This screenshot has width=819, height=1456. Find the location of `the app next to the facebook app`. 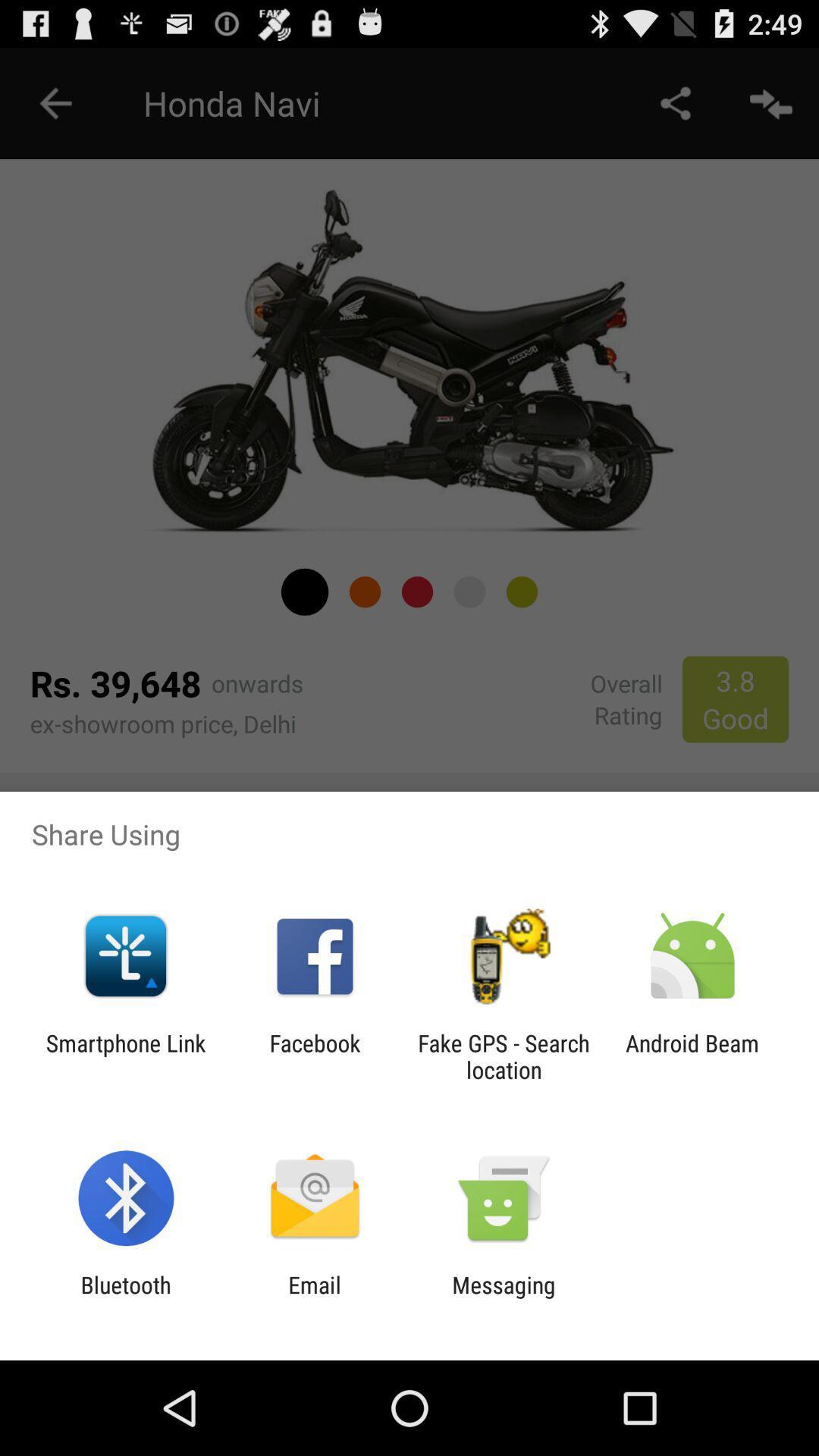

the app next to the facebook app is located at coordinates (125, 1056).